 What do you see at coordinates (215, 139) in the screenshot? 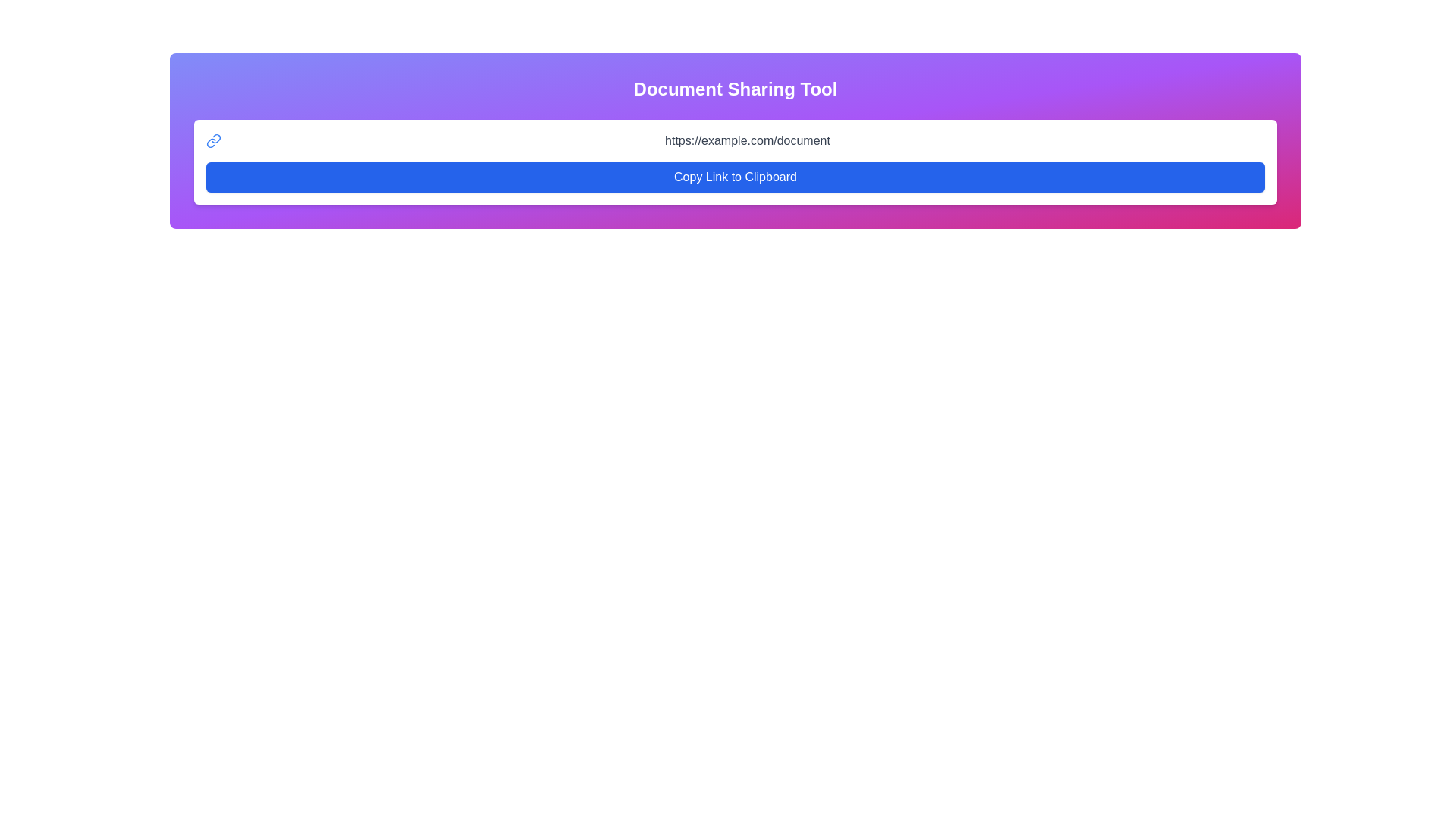
I see `the graphical representation of the chain link icon component located in the upper-left portion of the icon, situated to the left of the 'Copy Link to Clipboard' button` at bounding box center [215, 139].